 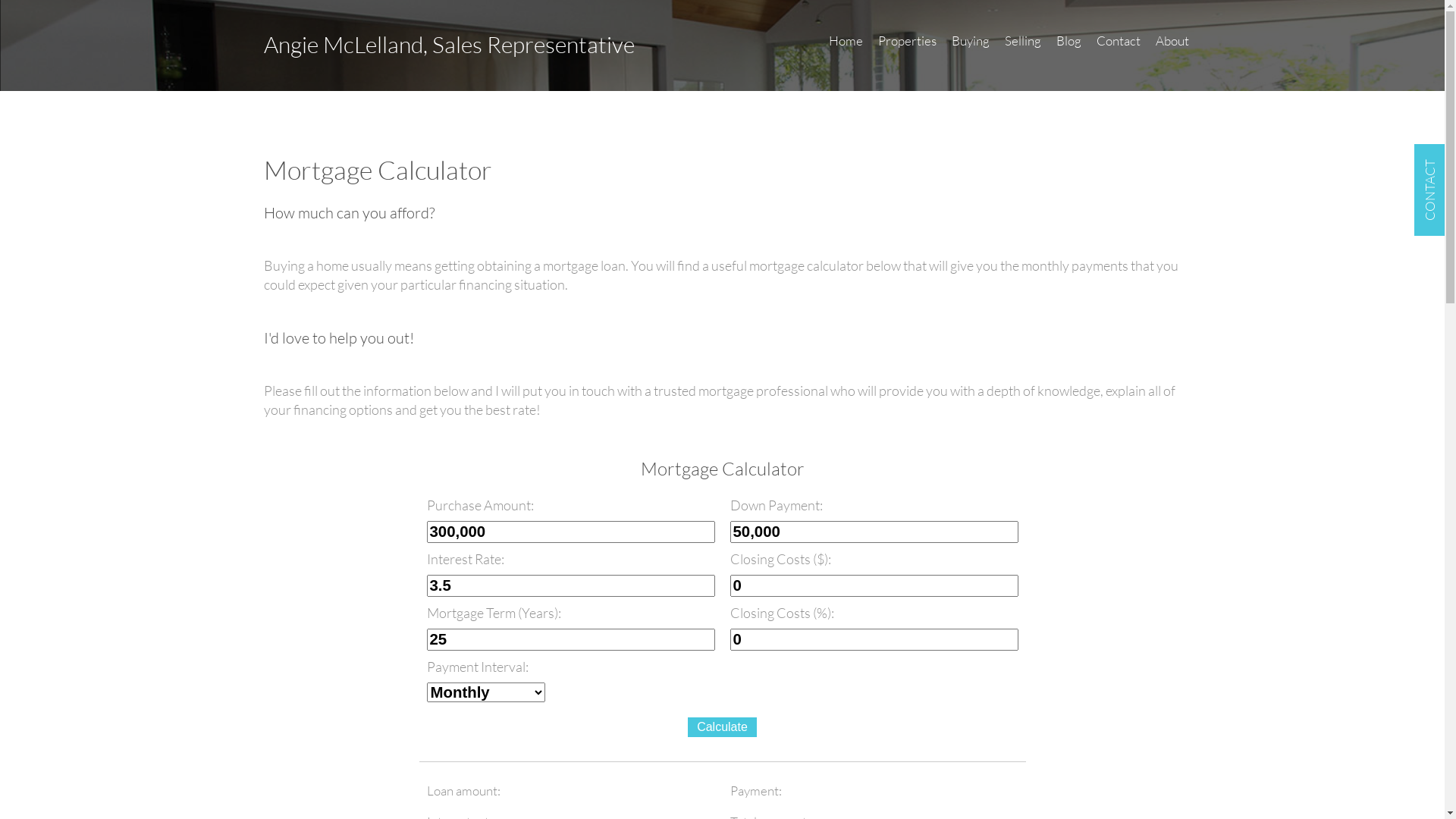 What do you see at coordinates (1022, 45) in the screenshot?
I see `'Selling'` at bounding box center [1022, 45].